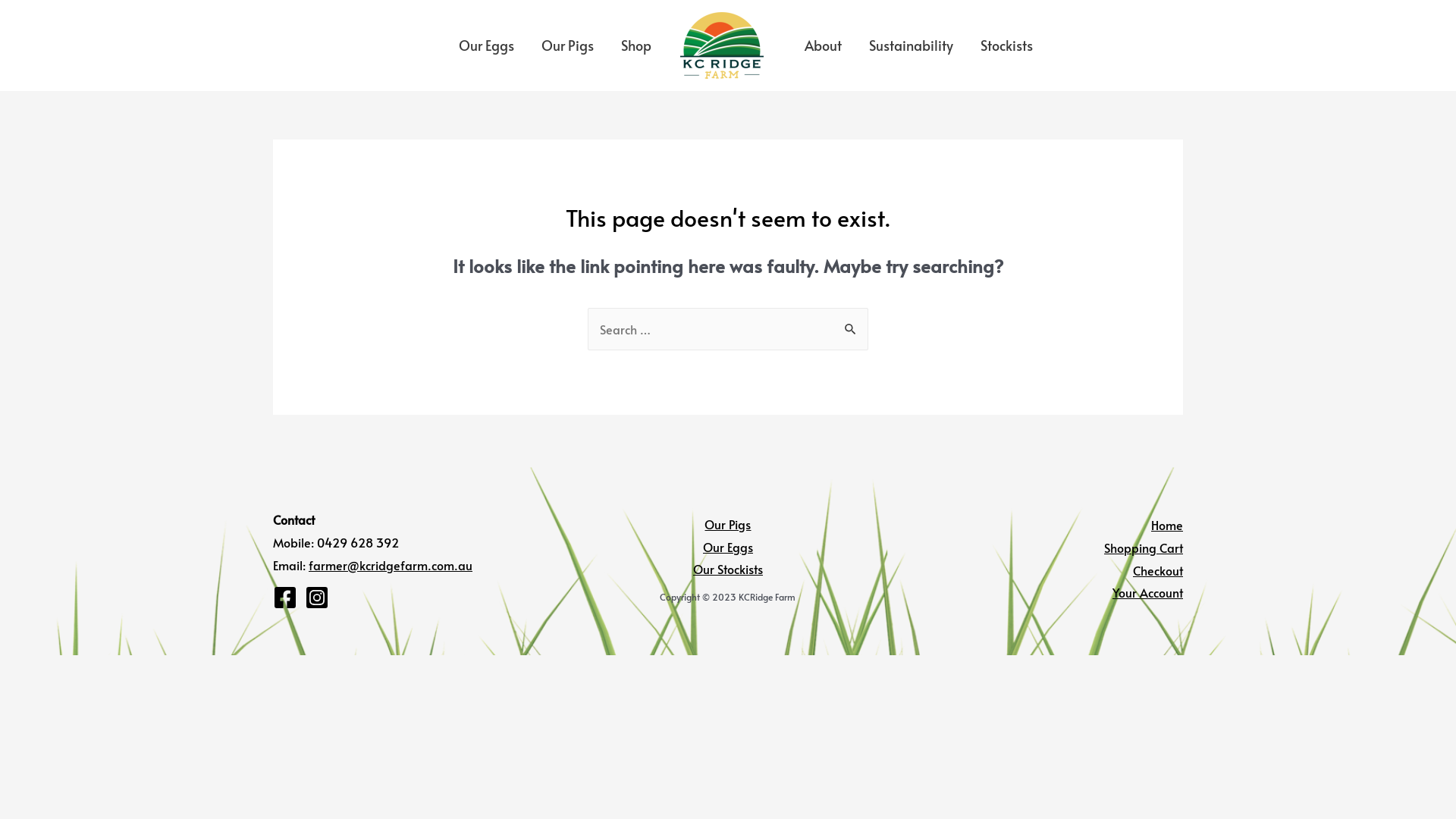  Describe the element at coordinates (1147, 591) in the screenshot. I see `'Your Account'` at that location.